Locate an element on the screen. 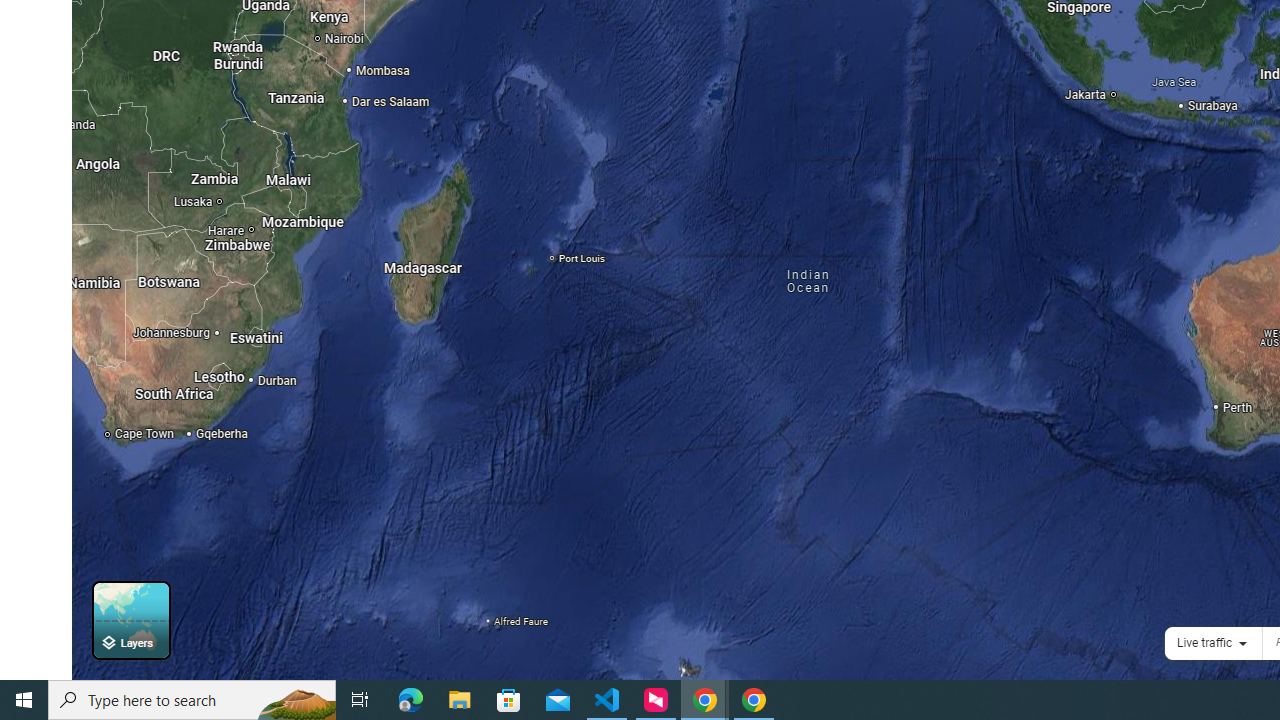 This screenshot has height=720, width=1280. 'Layers' is located at coordinates (130, 619).